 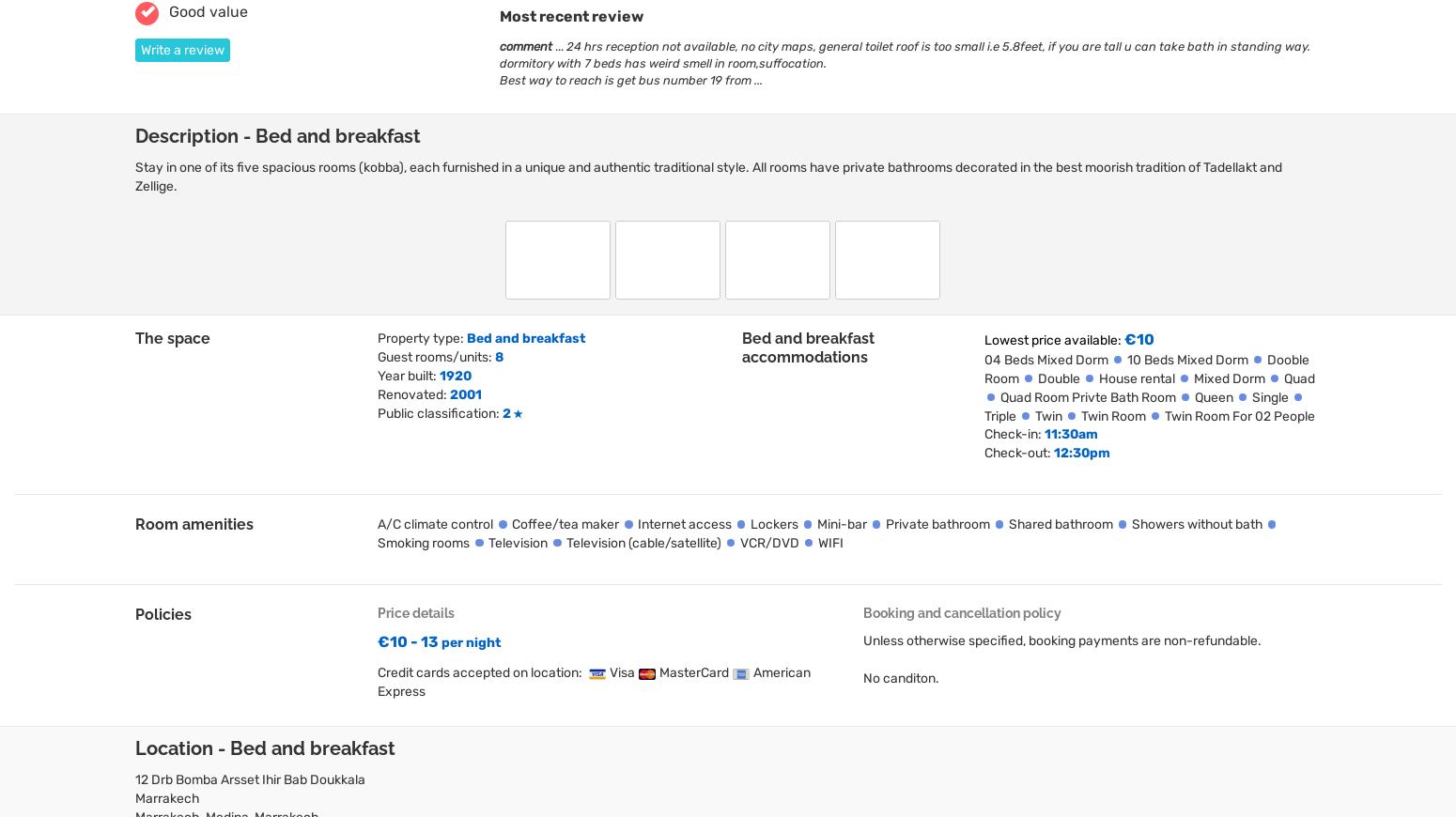 What do you see at coordinates (134, 135) in the screenshot?
I see `'Description - Bed and breakfast'` at bounding box center [134, 135].